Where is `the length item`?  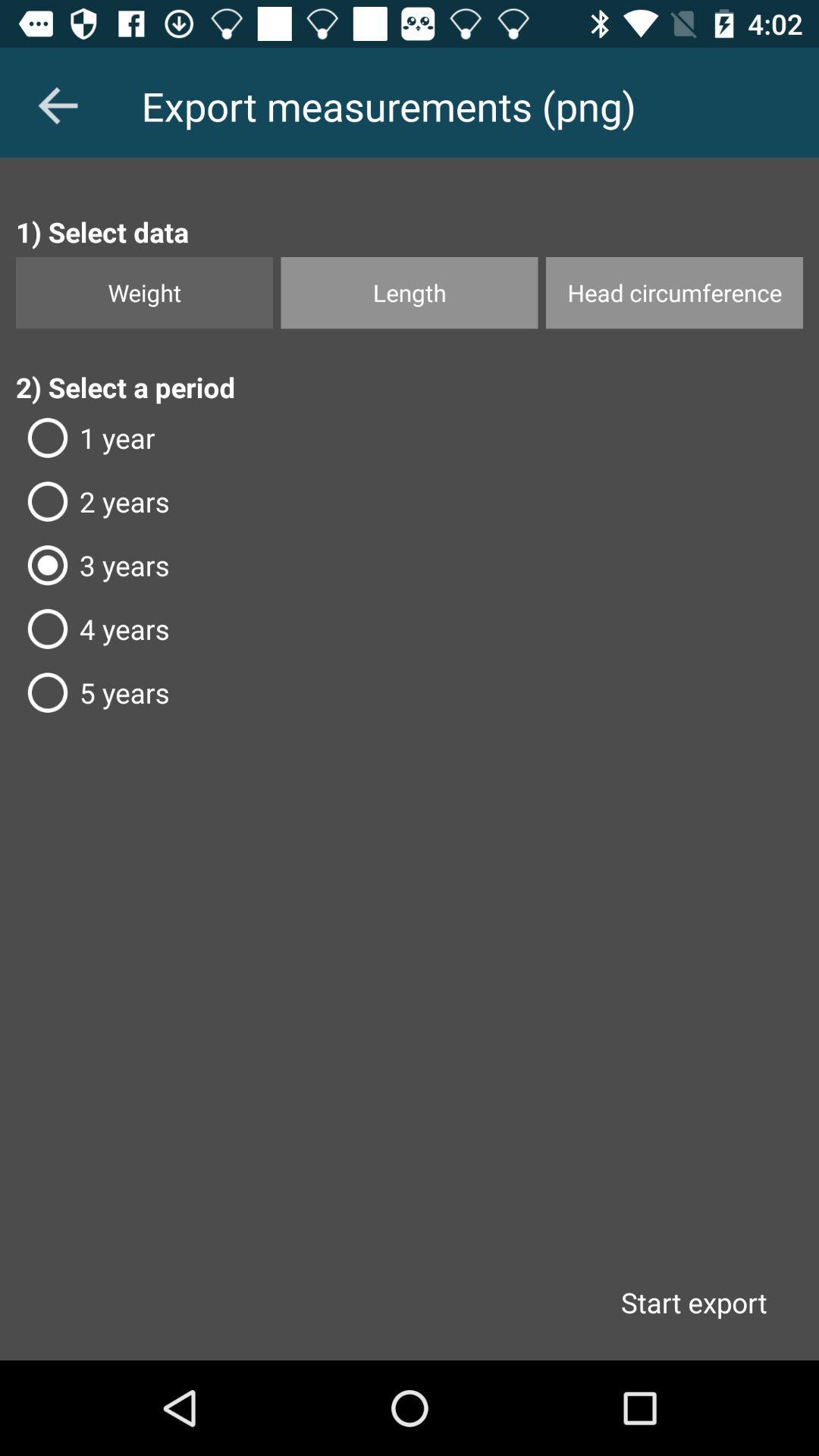
the length item is located at coordinates (409, 293).